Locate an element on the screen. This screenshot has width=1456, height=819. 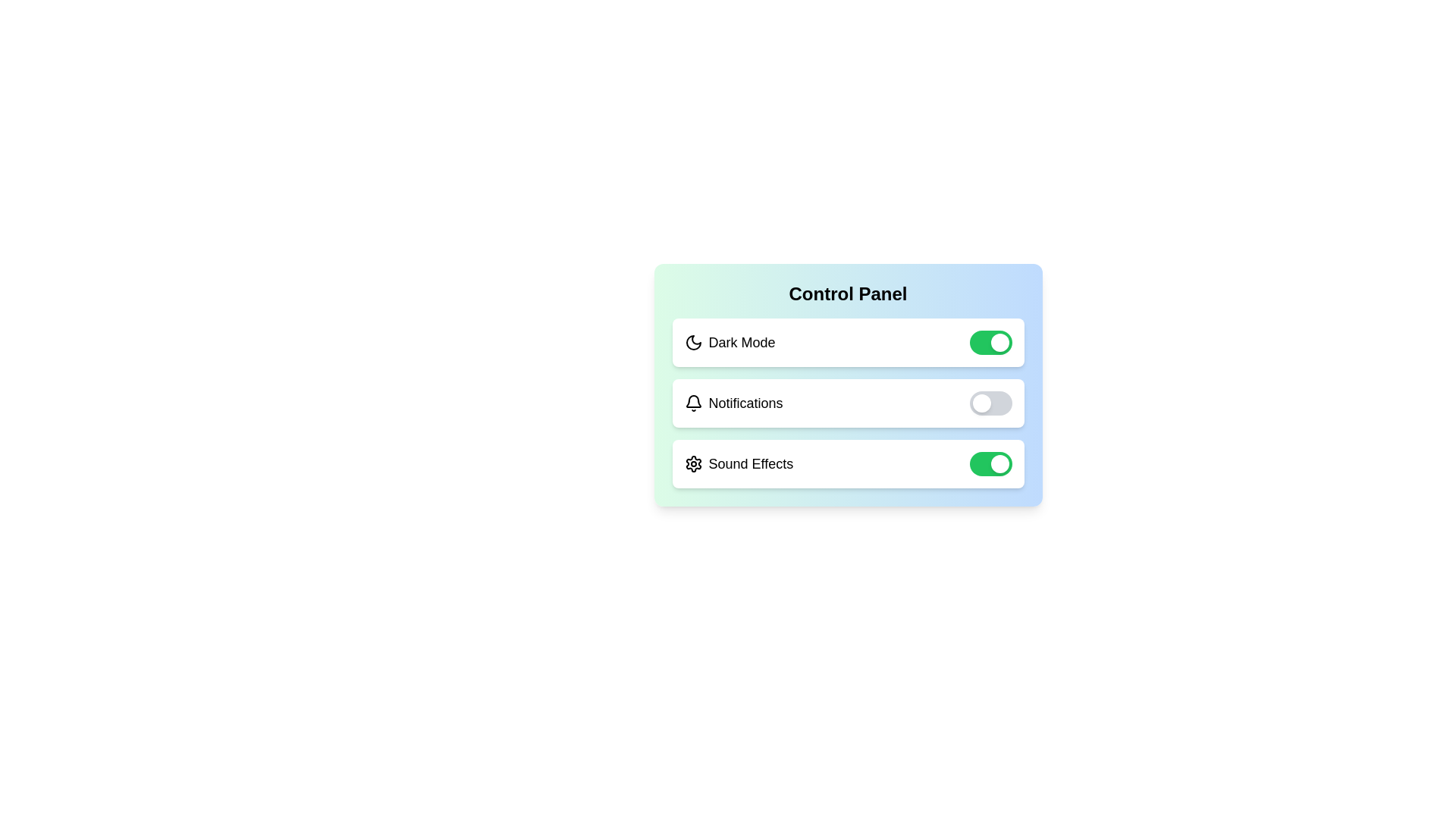
the text label Dark Mode to select it is located at coordinates (742, 342).